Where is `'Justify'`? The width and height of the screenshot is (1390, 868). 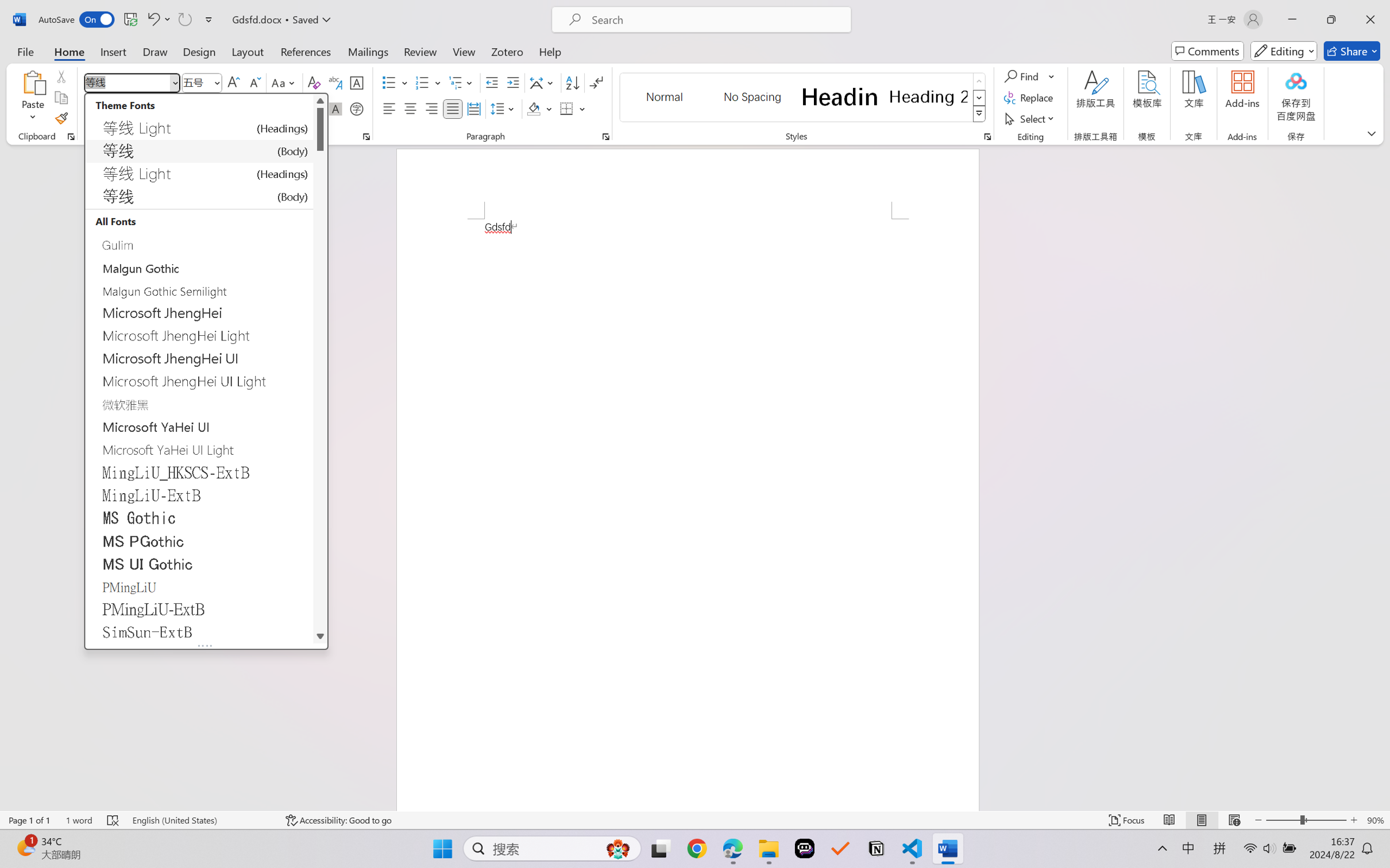 'Justify' is located at coordinates (452, 108).